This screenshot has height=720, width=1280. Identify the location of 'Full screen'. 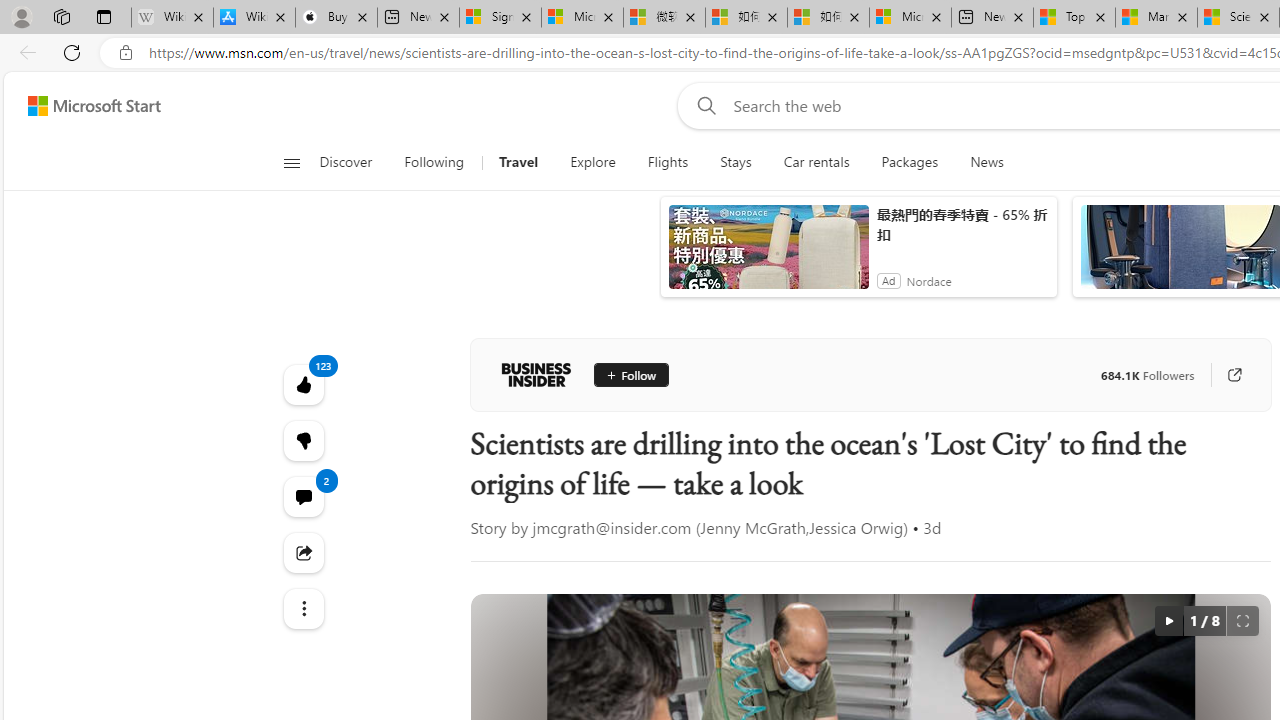
(1241, 620).